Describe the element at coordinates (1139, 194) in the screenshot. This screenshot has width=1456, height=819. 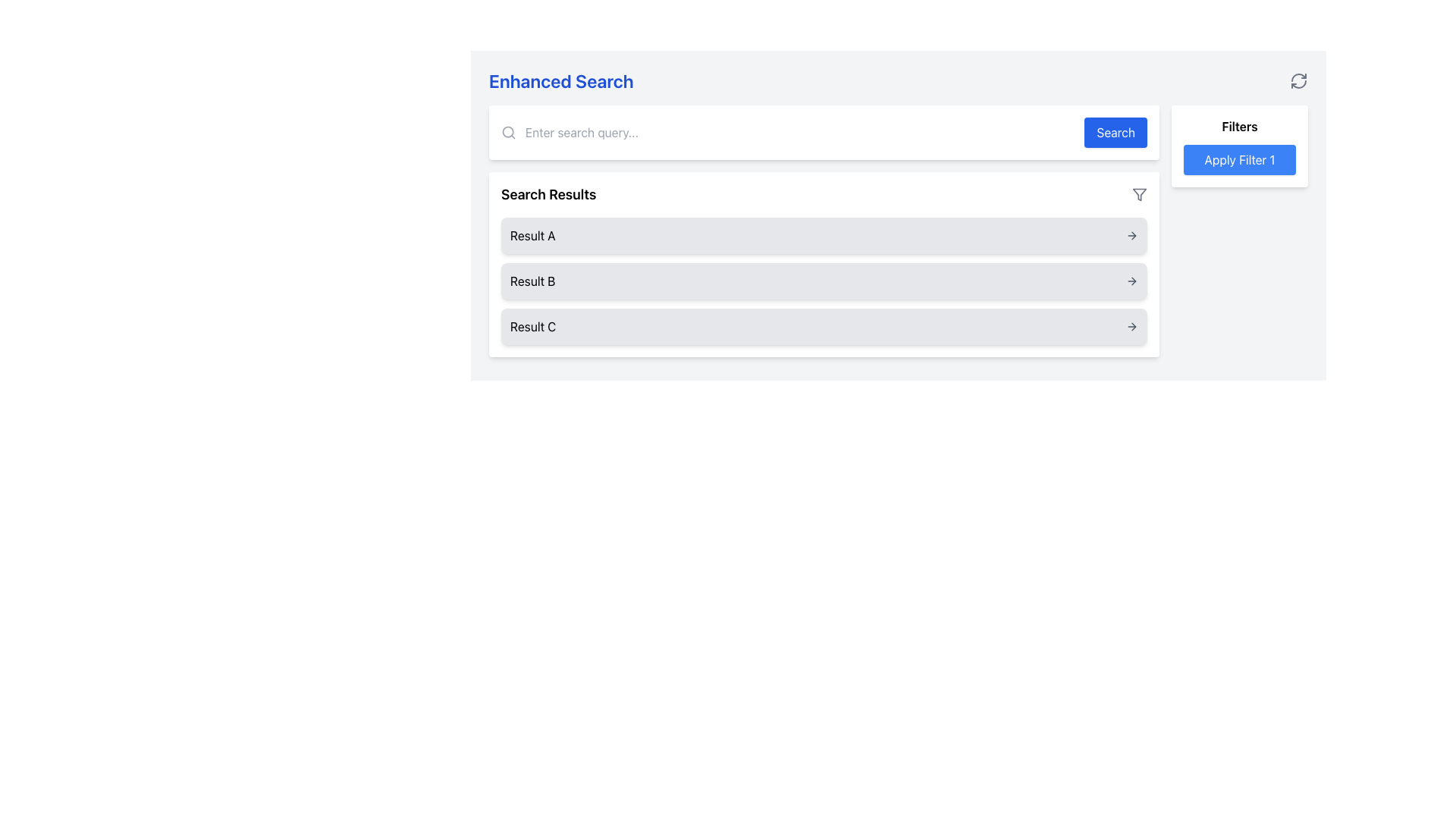
I see `the filter icon represented by a funnel shape located at the far right of the 'Search Results' section` at that location.